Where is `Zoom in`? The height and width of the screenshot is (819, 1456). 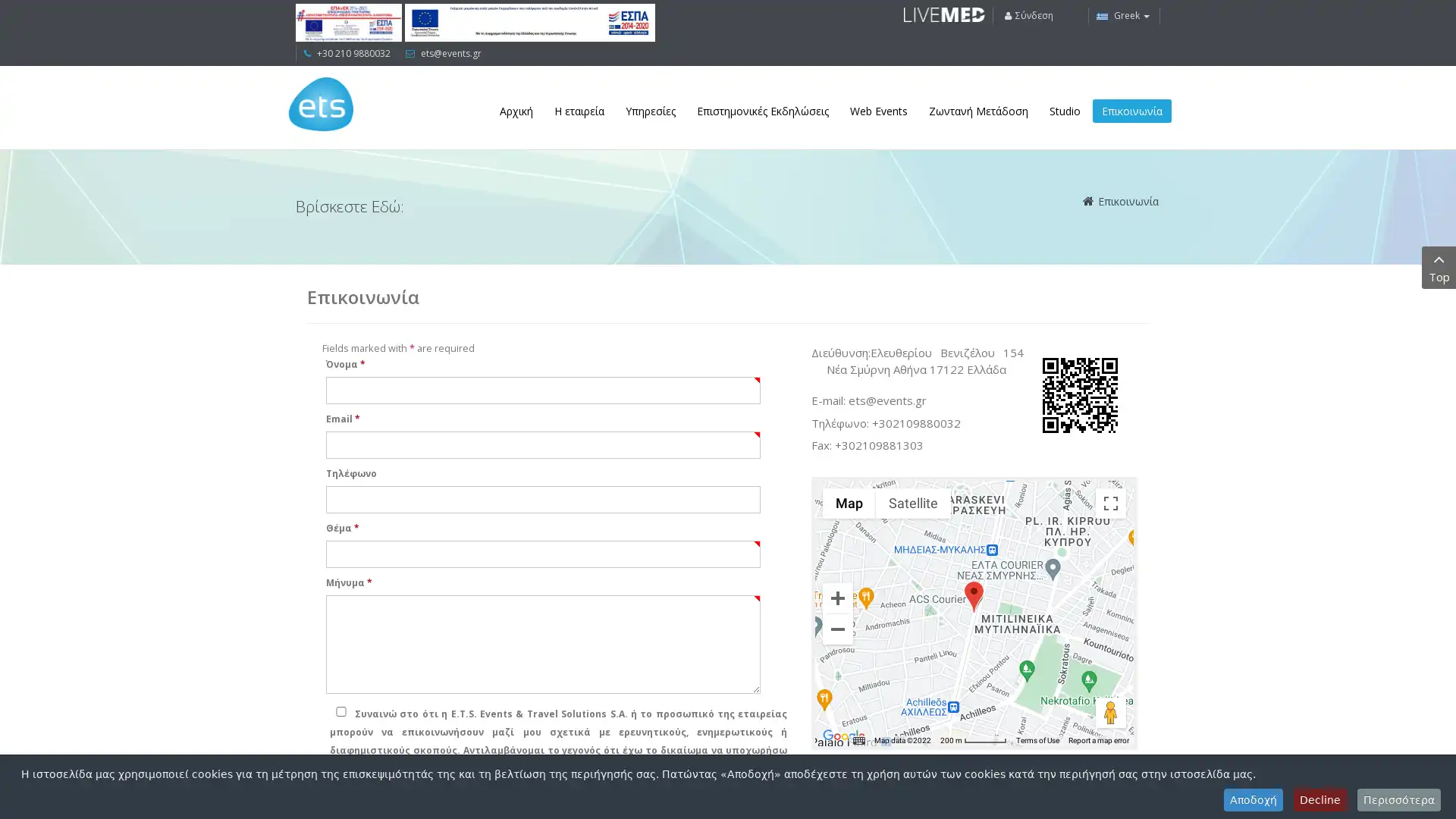
Zoom in is located at coordinates (836, 596).